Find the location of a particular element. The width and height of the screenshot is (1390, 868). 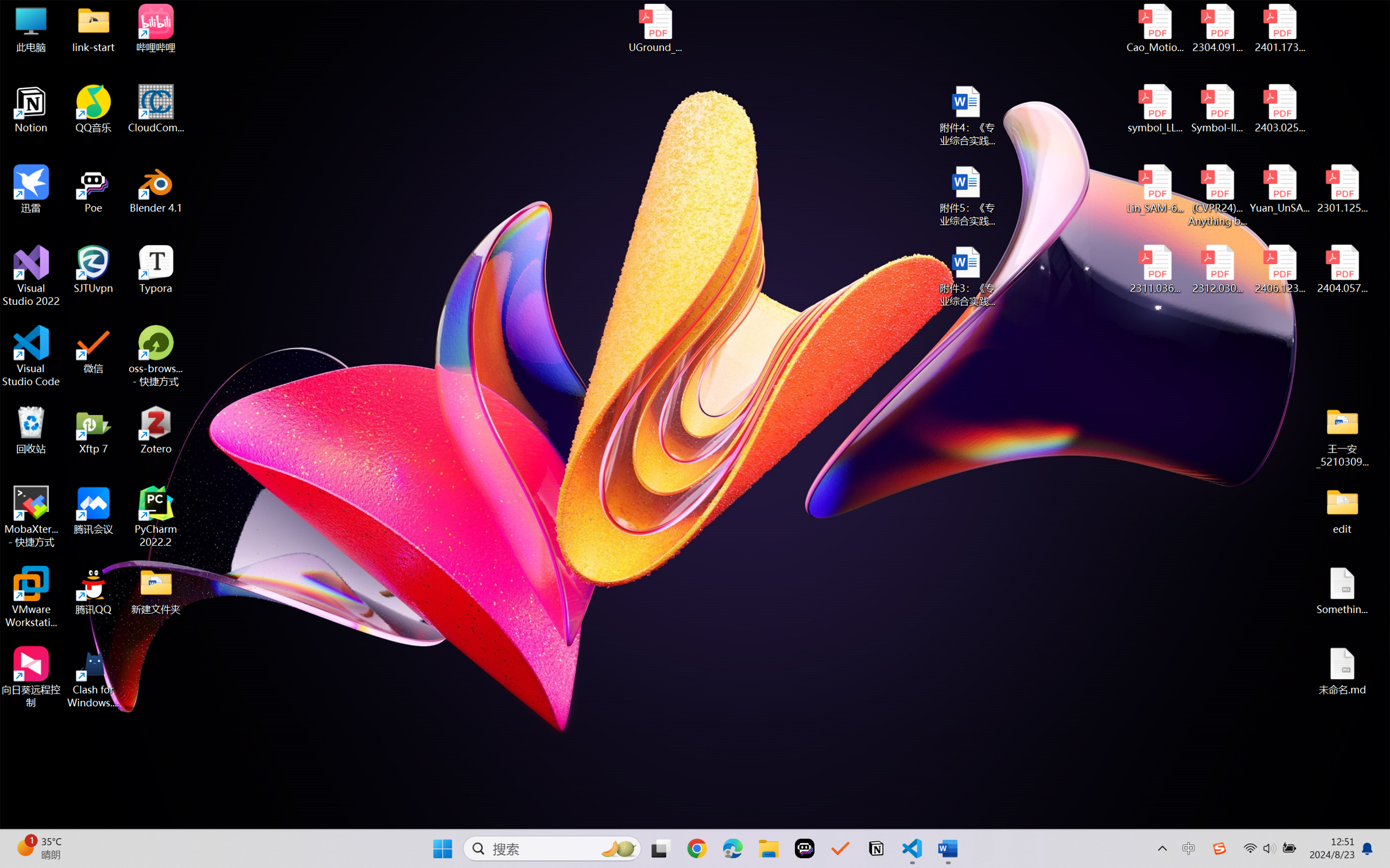

'Typora' is located at coordinates (156, 269).